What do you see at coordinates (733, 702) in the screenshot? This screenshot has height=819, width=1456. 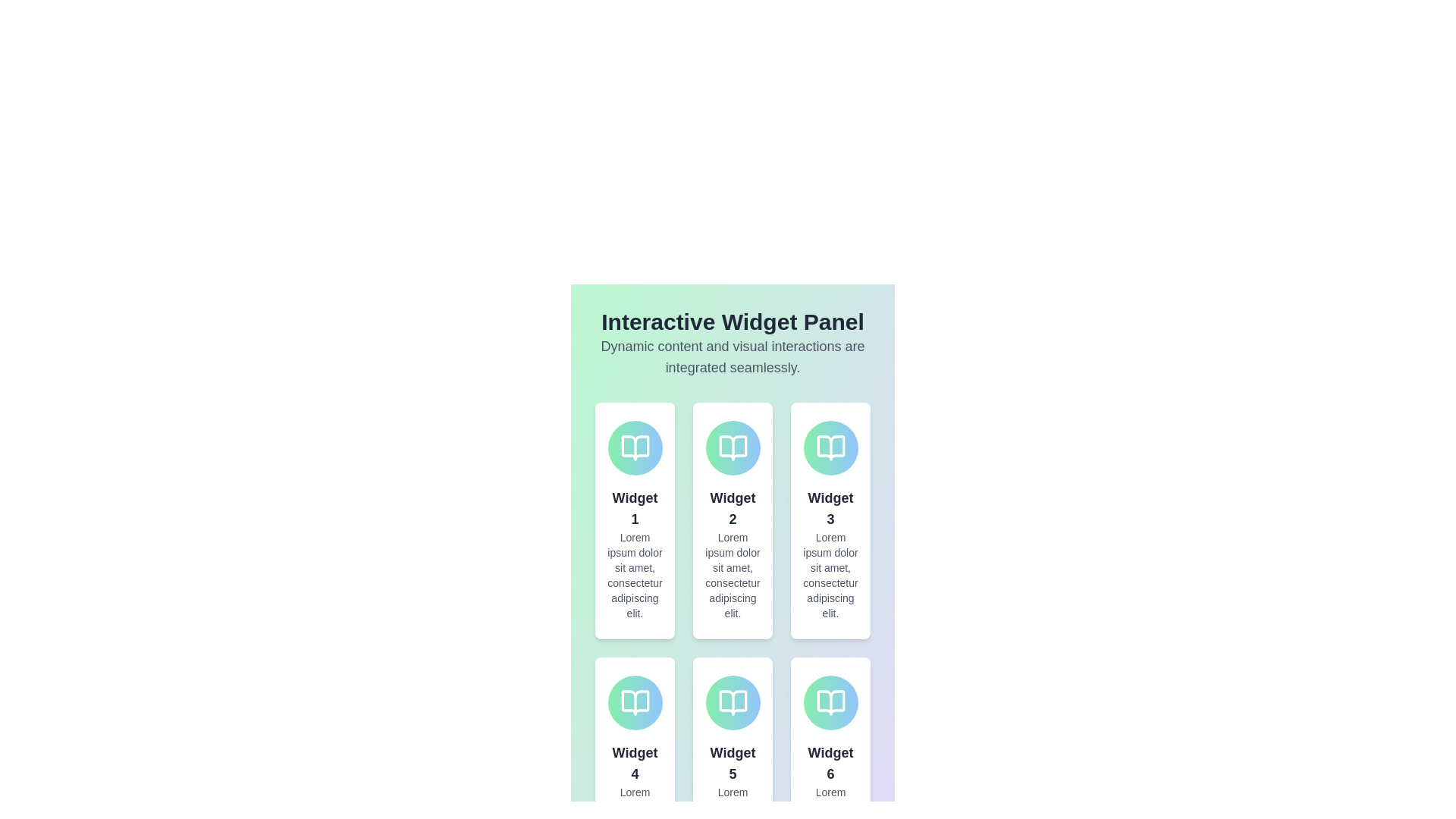 I see `the circular graphical icon with a gradient background and an open book icon, located in the center column of the second row, above the text 'Widget 5'` at bounding box center [733, 702].